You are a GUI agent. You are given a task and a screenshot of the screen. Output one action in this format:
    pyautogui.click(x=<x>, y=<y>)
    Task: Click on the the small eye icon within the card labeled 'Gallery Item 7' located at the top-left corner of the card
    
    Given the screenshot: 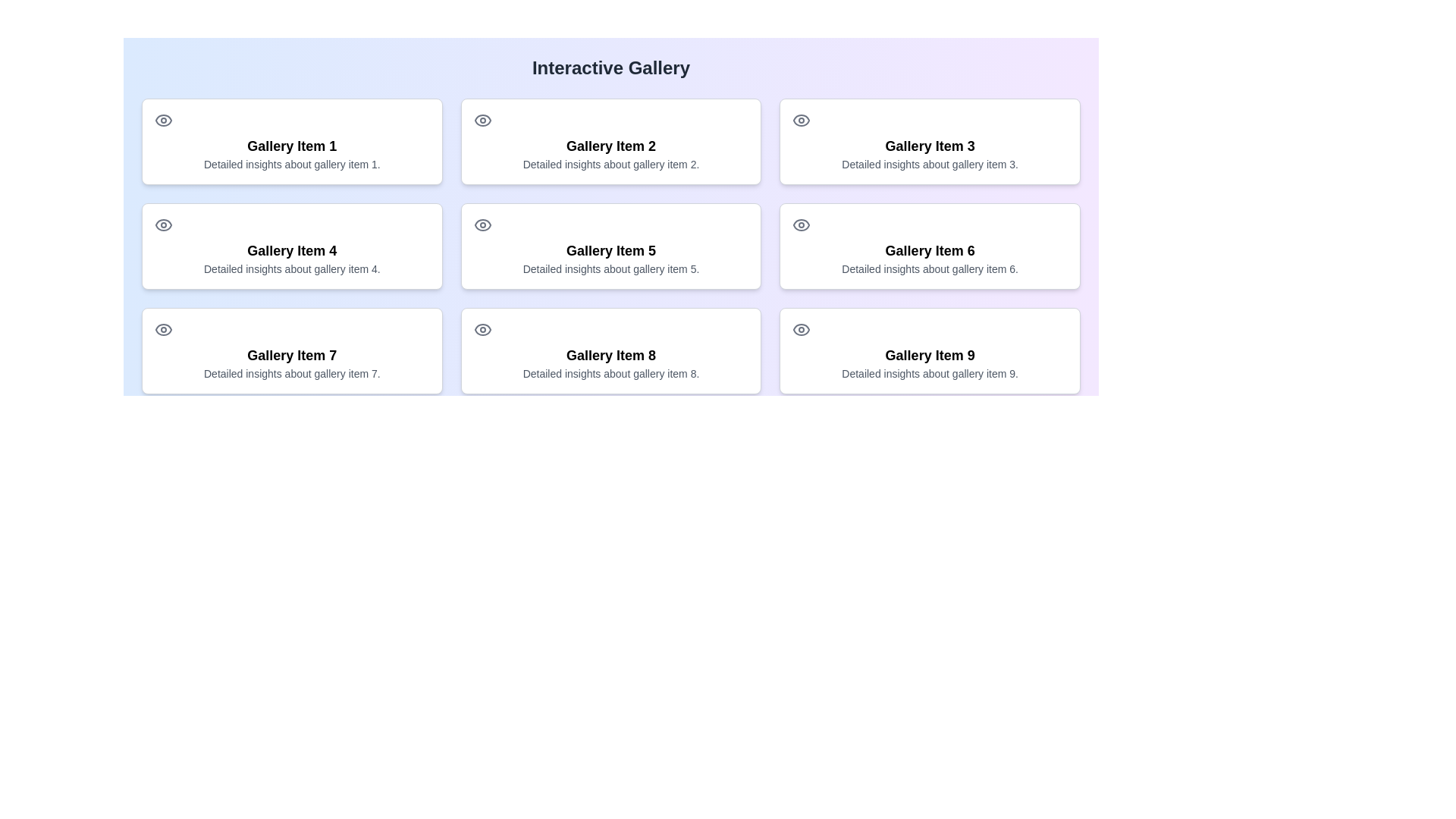 What is the action you would take?
    pyautogui.click(x=164, y=329)
    